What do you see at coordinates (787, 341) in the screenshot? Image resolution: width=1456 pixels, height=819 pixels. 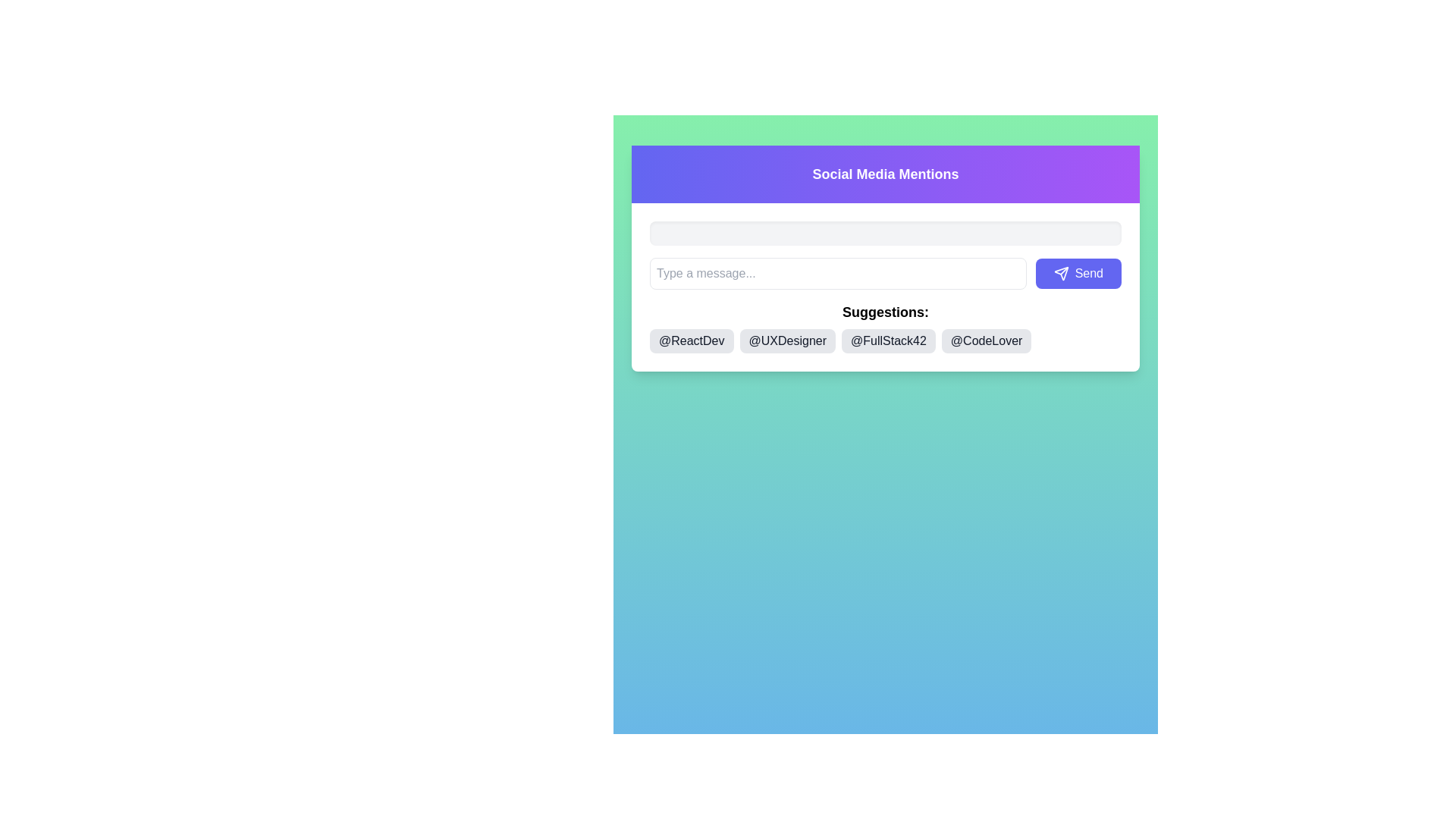 I see `the rounded rectangular button with the text '@UXDesigner'` at bounding box center [787, 341].